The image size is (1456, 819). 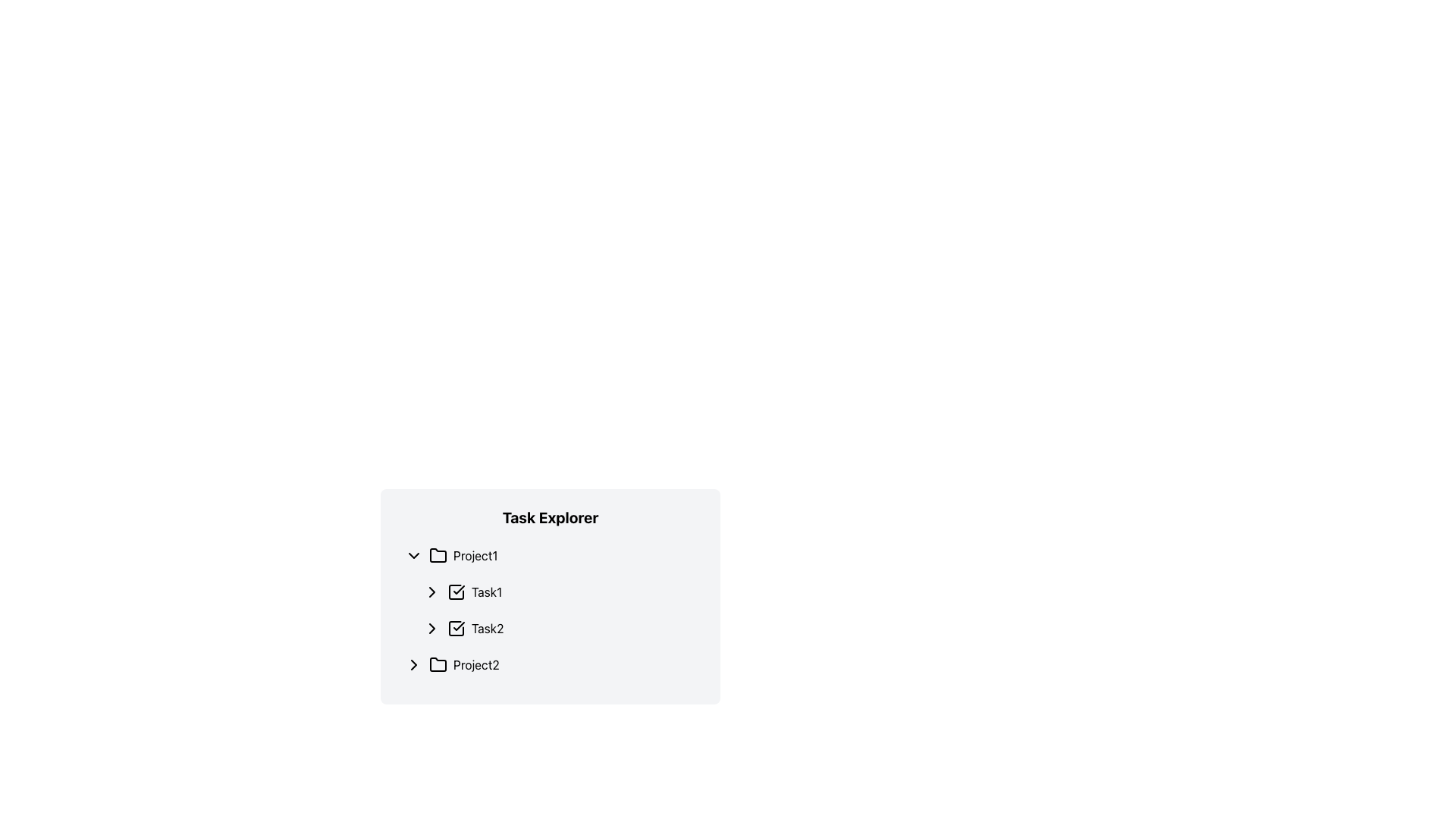 What do you see at coordinates (437, 664) in the screenshot?
I see `the folder icon that precedes the 'Project2' label in the list structure` at bounding box center [437, 664].